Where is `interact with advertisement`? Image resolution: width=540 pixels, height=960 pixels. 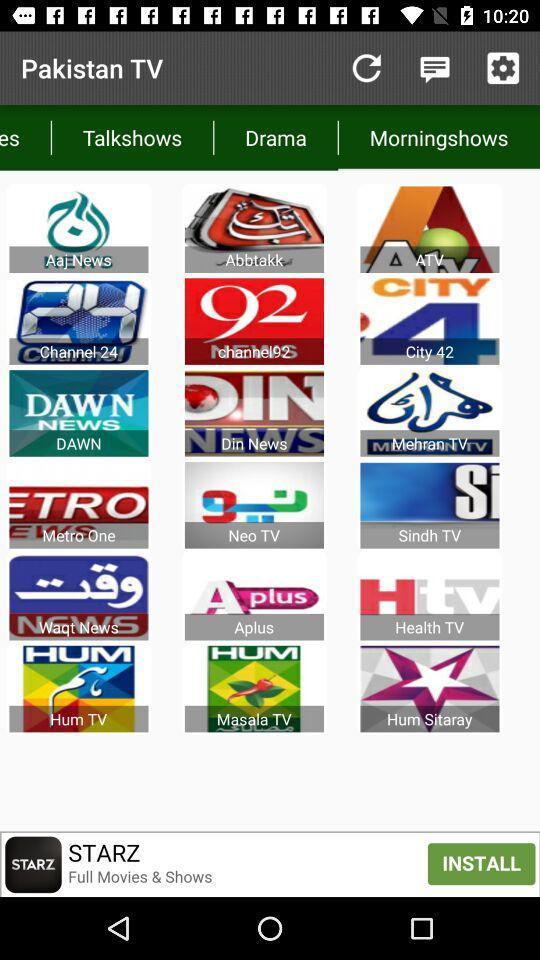
interact with advertisement is located at coordinates (270, 863).